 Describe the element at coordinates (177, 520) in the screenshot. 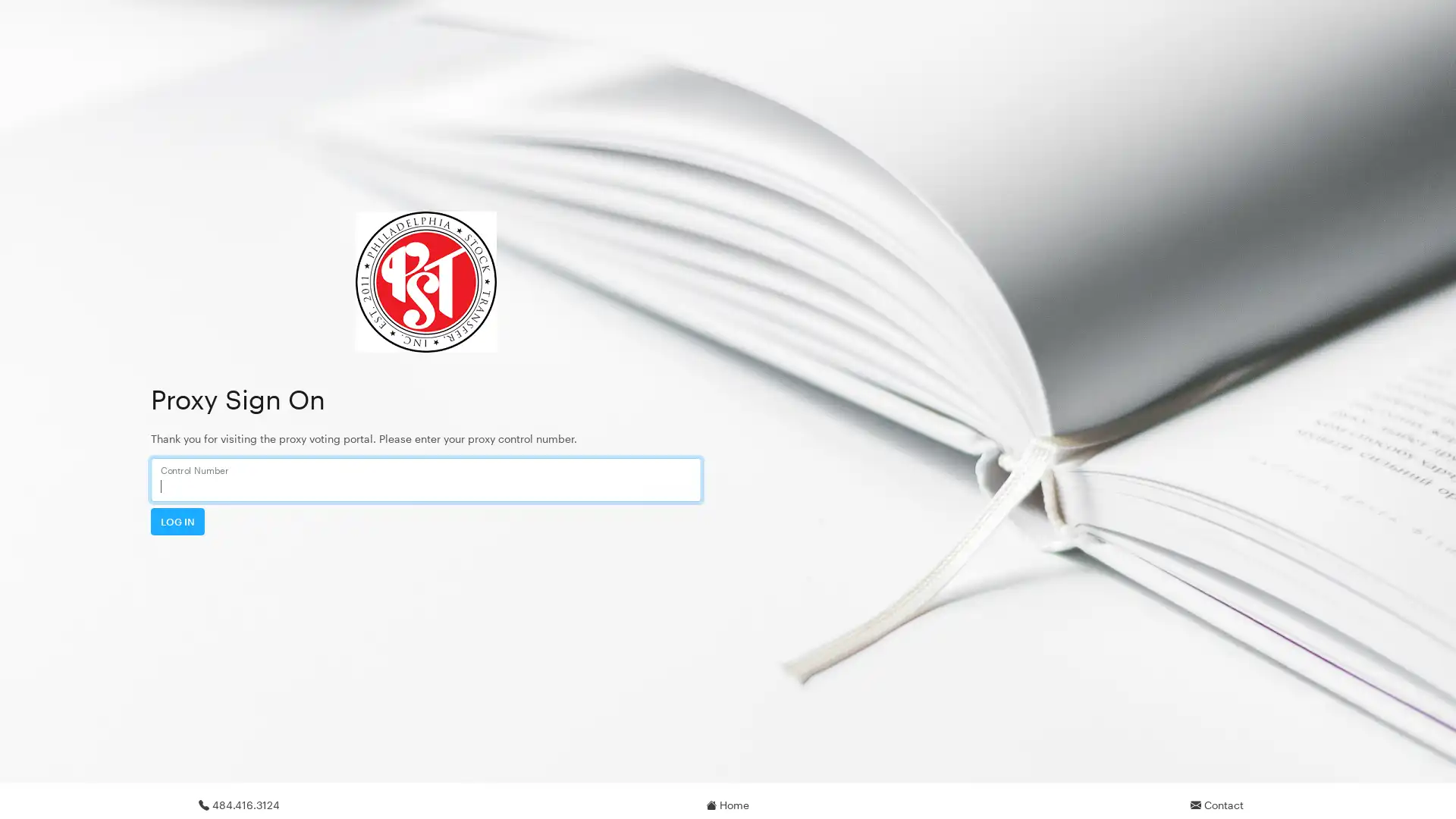

I see `Log In` at that location.